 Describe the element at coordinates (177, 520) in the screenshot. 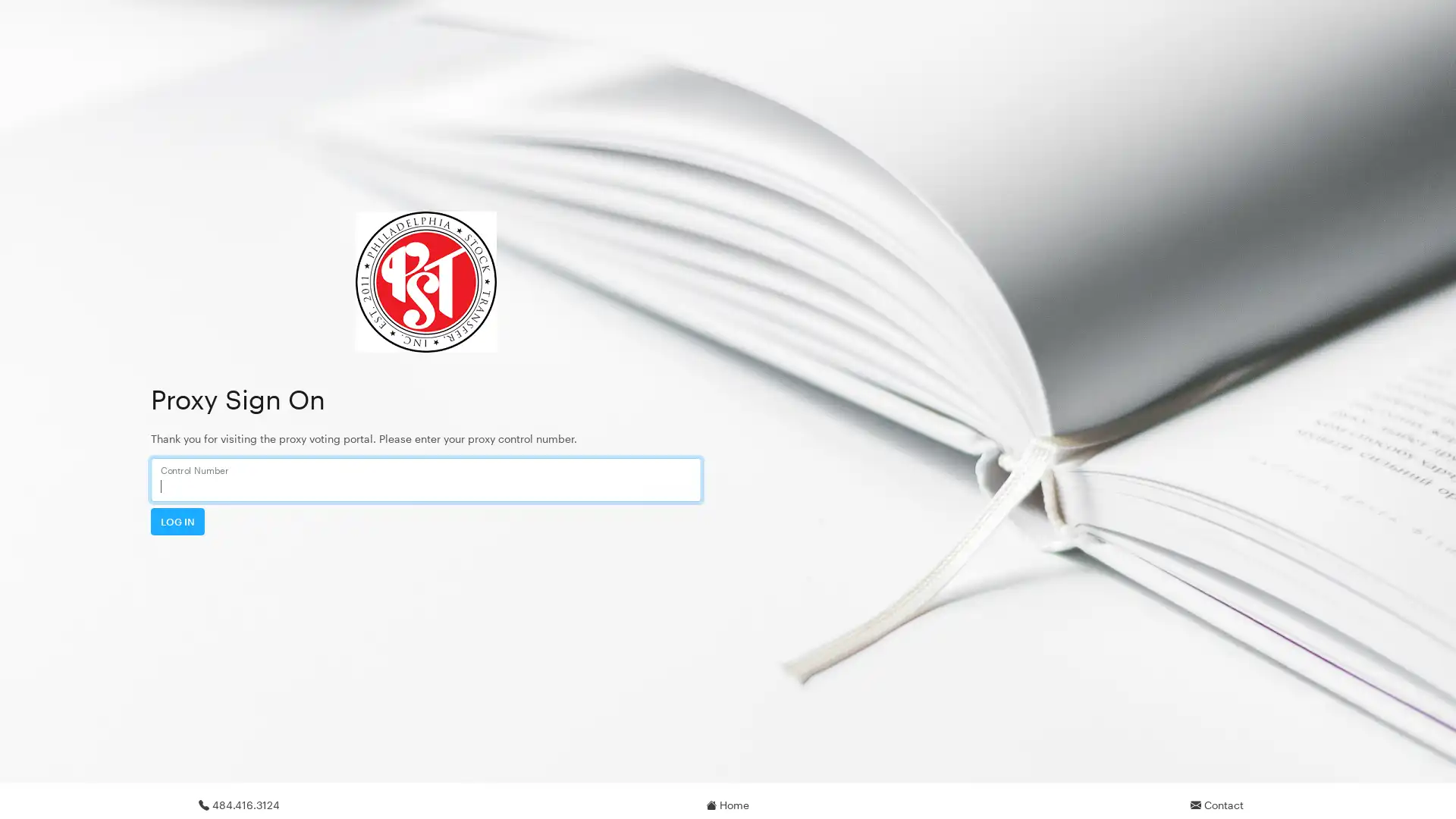

I see `Log In` at that location.